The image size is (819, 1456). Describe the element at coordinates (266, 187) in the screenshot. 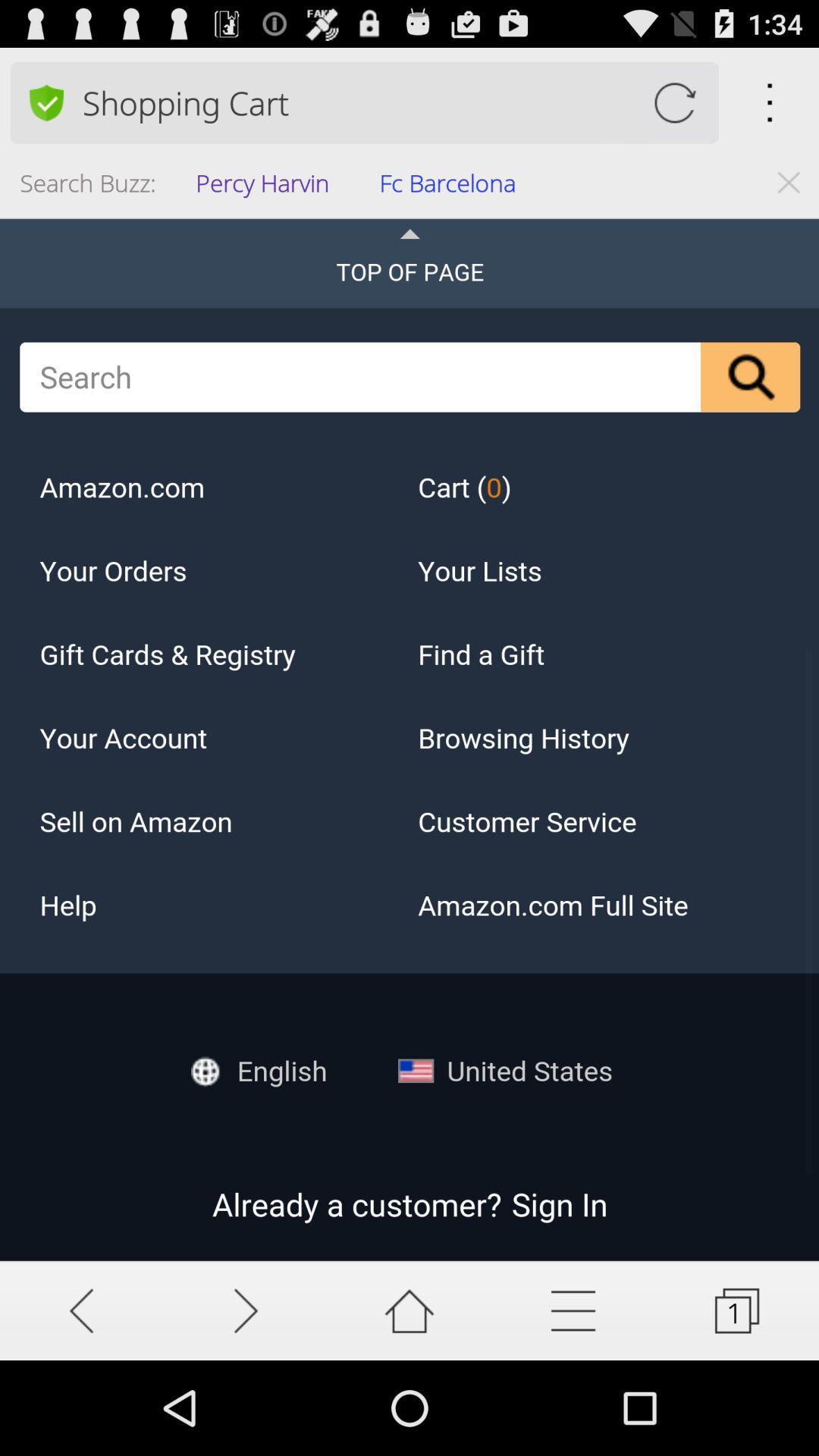

I see `percy harvin icon` at that location.